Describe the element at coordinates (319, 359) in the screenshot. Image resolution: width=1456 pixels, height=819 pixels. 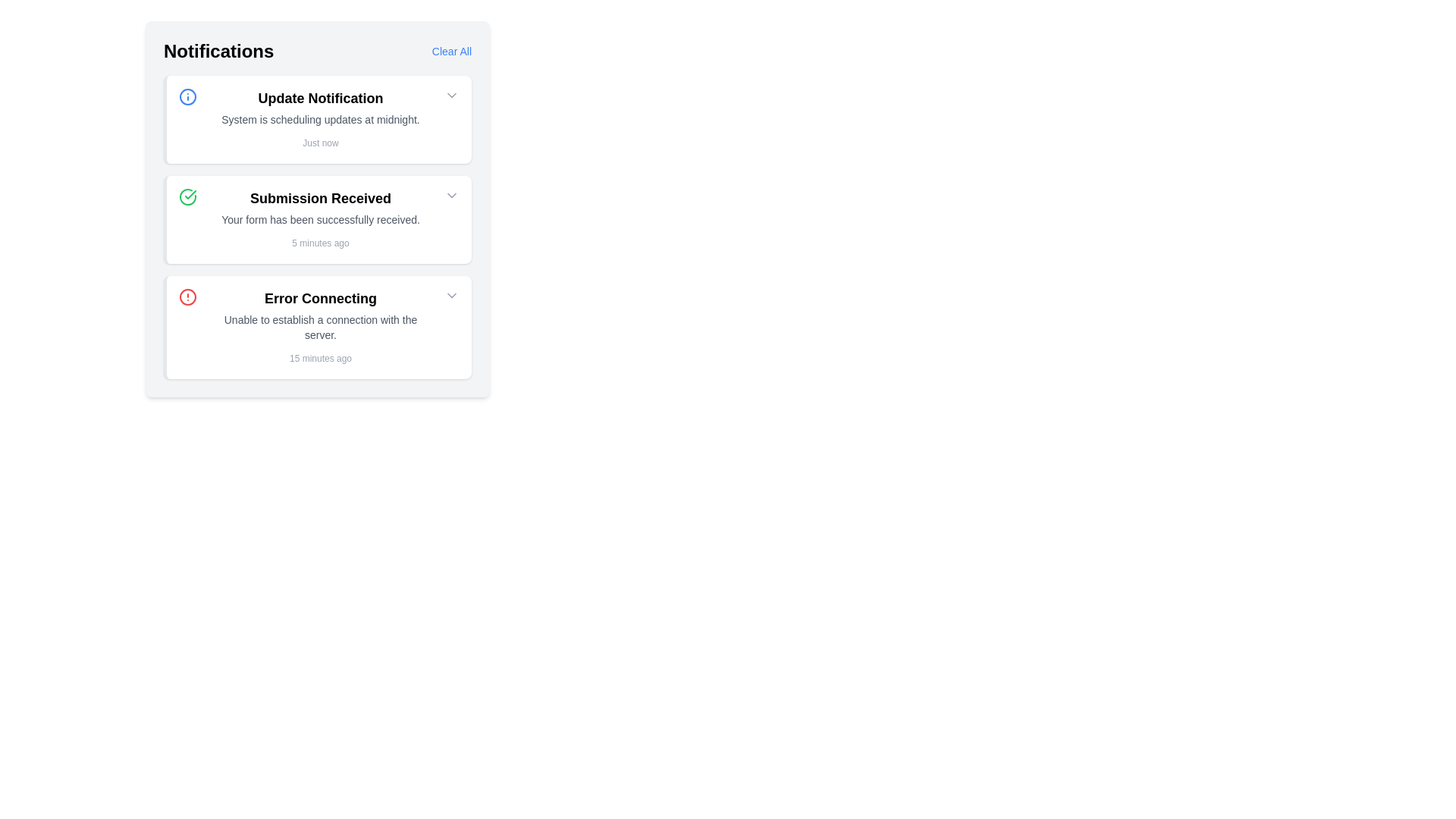
I see `the timestamp text label located at the bottom of the 'Error Connecting' card, which indicates when the error notification occurred` at that location.